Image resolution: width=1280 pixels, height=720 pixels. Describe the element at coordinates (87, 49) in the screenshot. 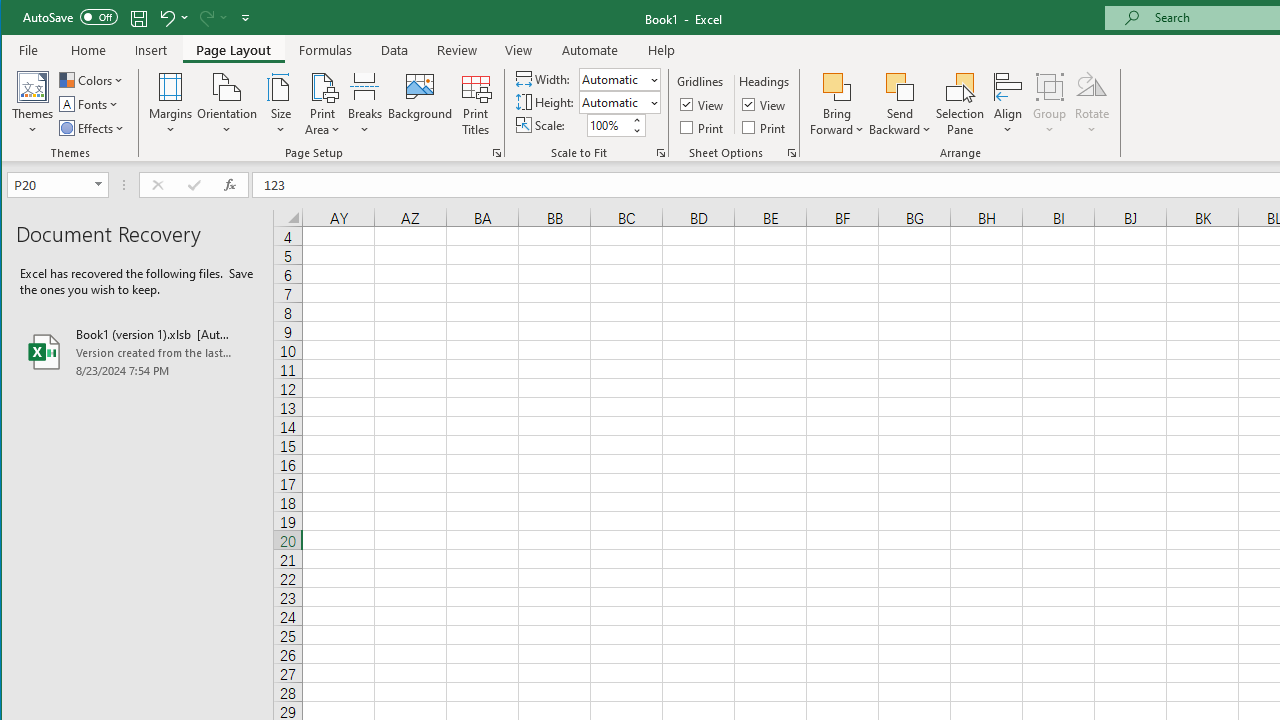

I see `'Home'` at that location.